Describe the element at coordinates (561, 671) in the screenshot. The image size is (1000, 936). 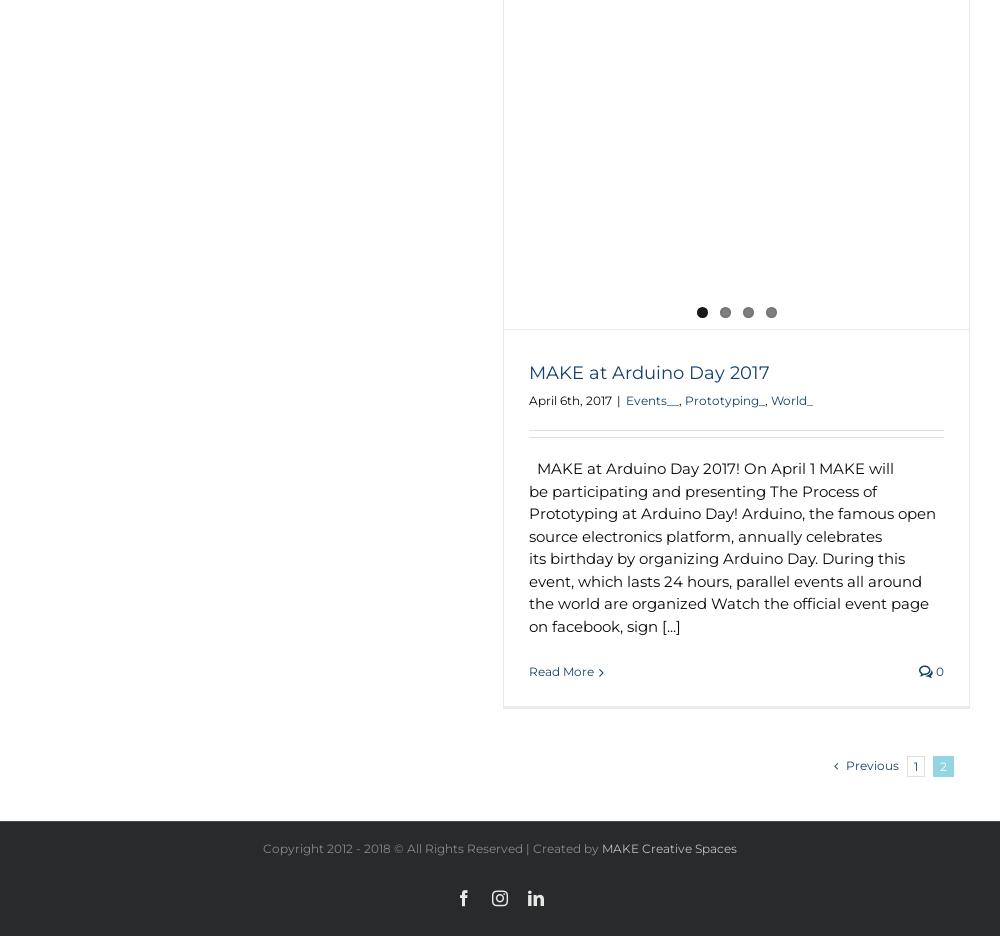
I see `'Read More'` at that location.